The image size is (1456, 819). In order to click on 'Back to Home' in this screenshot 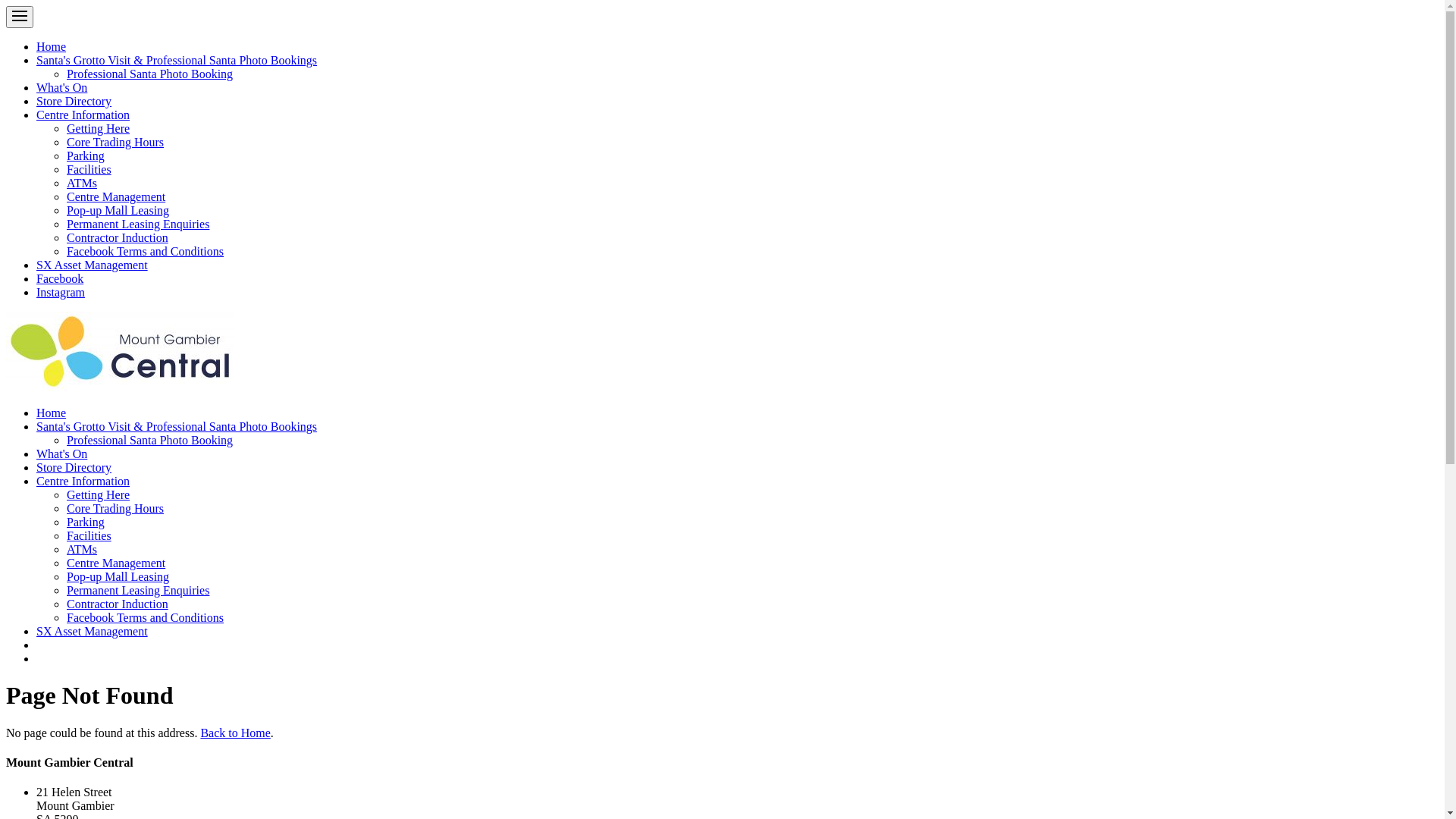, I will do `click(234, 732)`.